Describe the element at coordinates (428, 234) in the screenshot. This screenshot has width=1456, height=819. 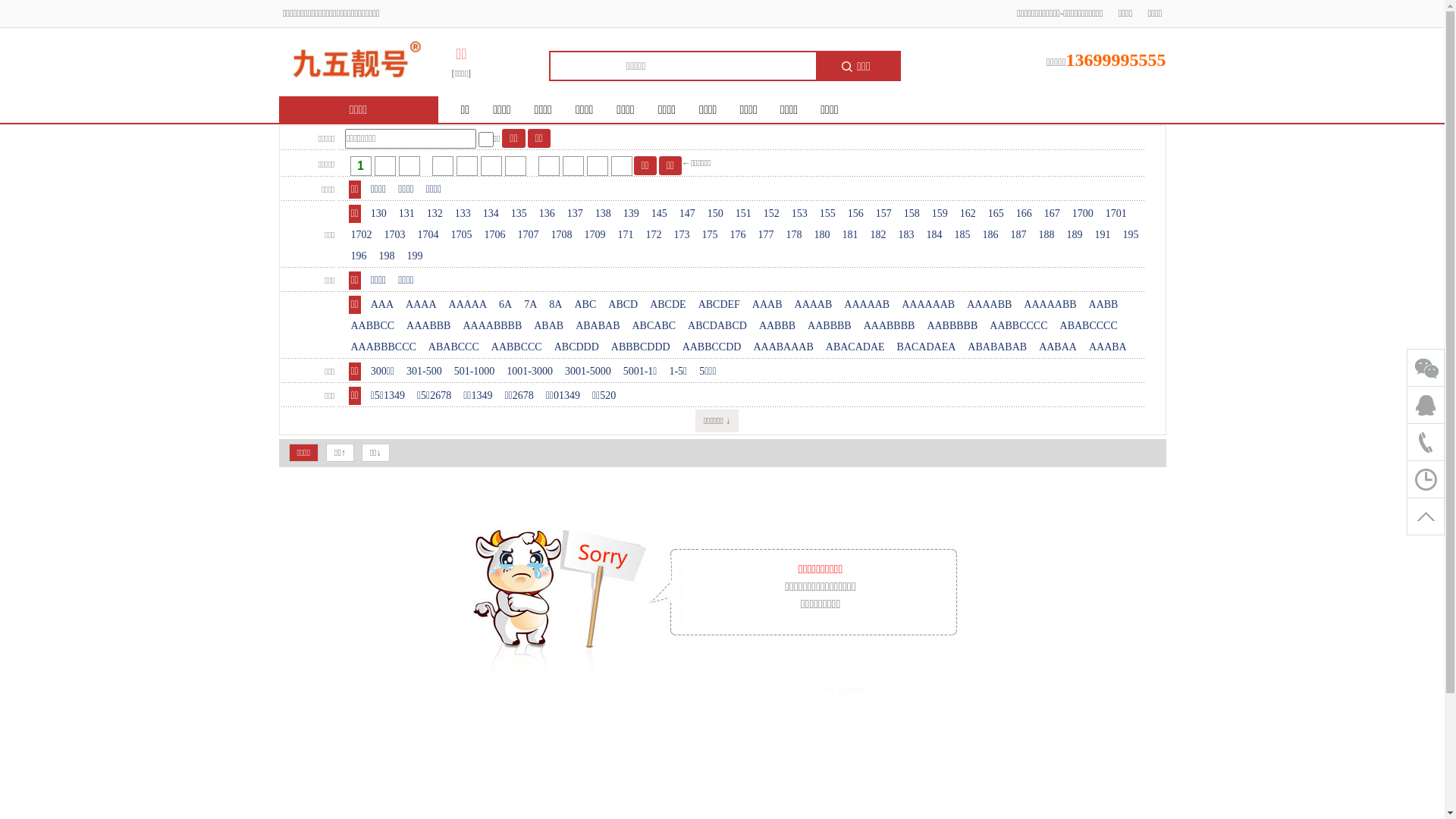
I see `'1704'` at that location.